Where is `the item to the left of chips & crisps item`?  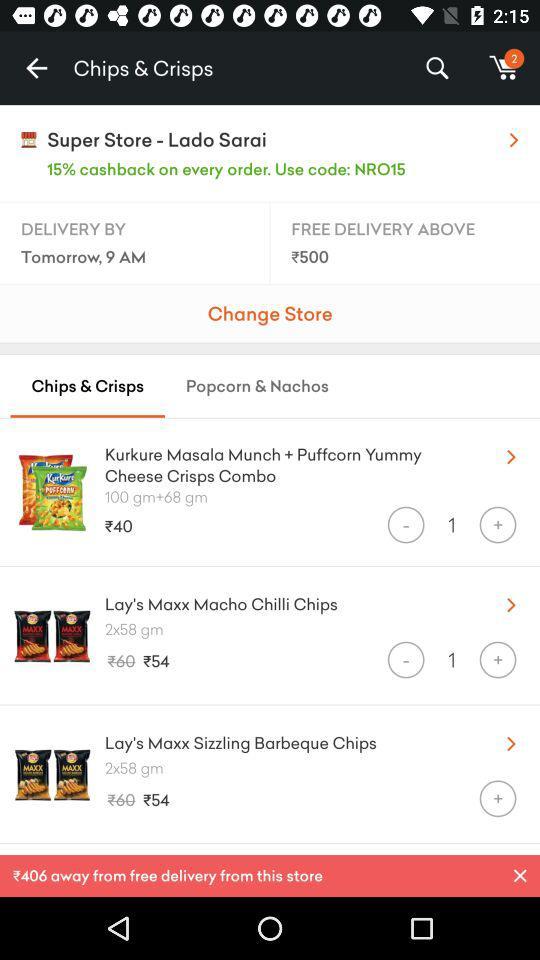 the item to the left of chips & crisps item is located at coordinates (36, 68).